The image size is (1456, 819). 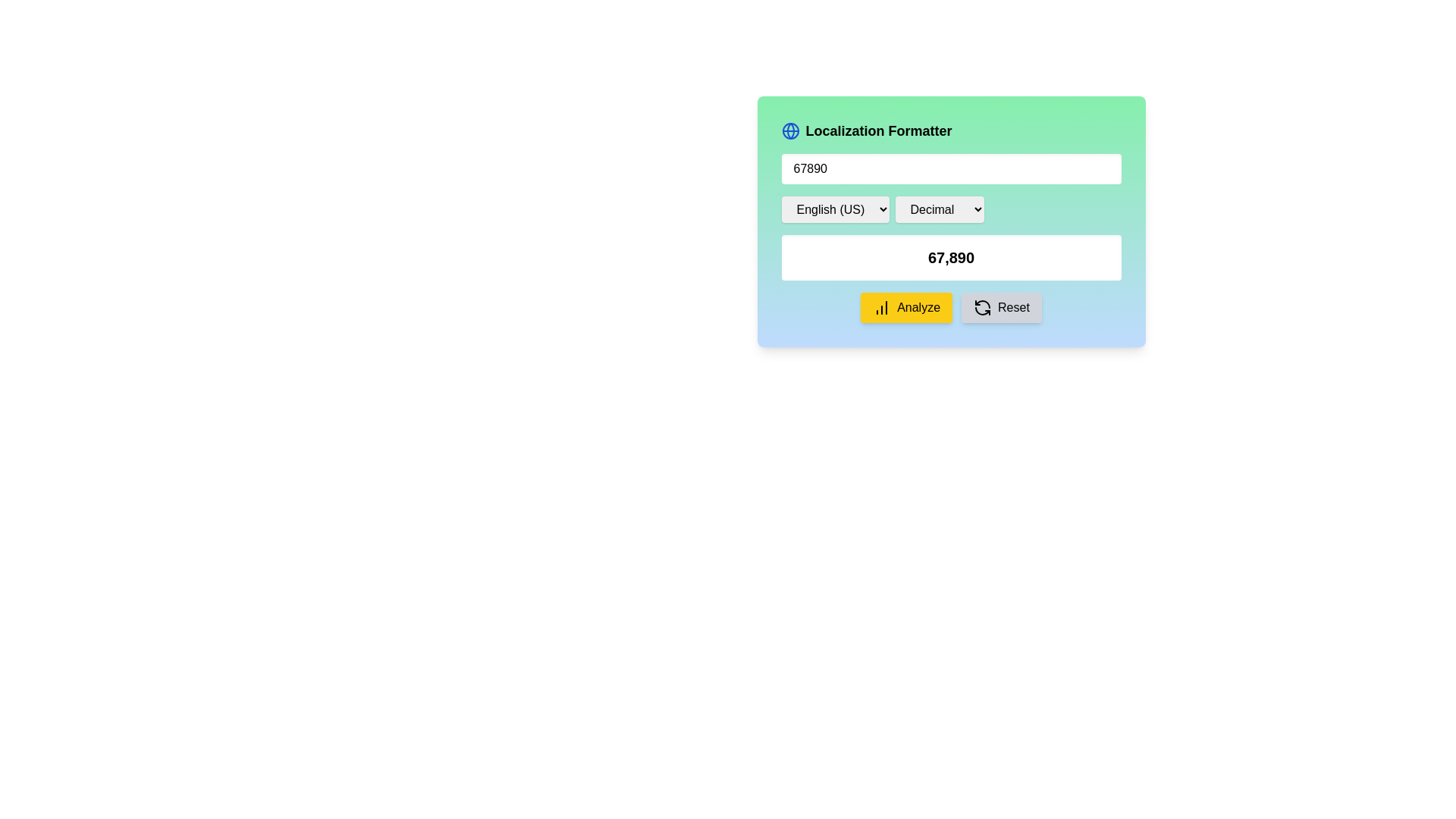 I want to click on the numerical formatting dropdown menu by navigating through the elements, so click(x=938, y=209).